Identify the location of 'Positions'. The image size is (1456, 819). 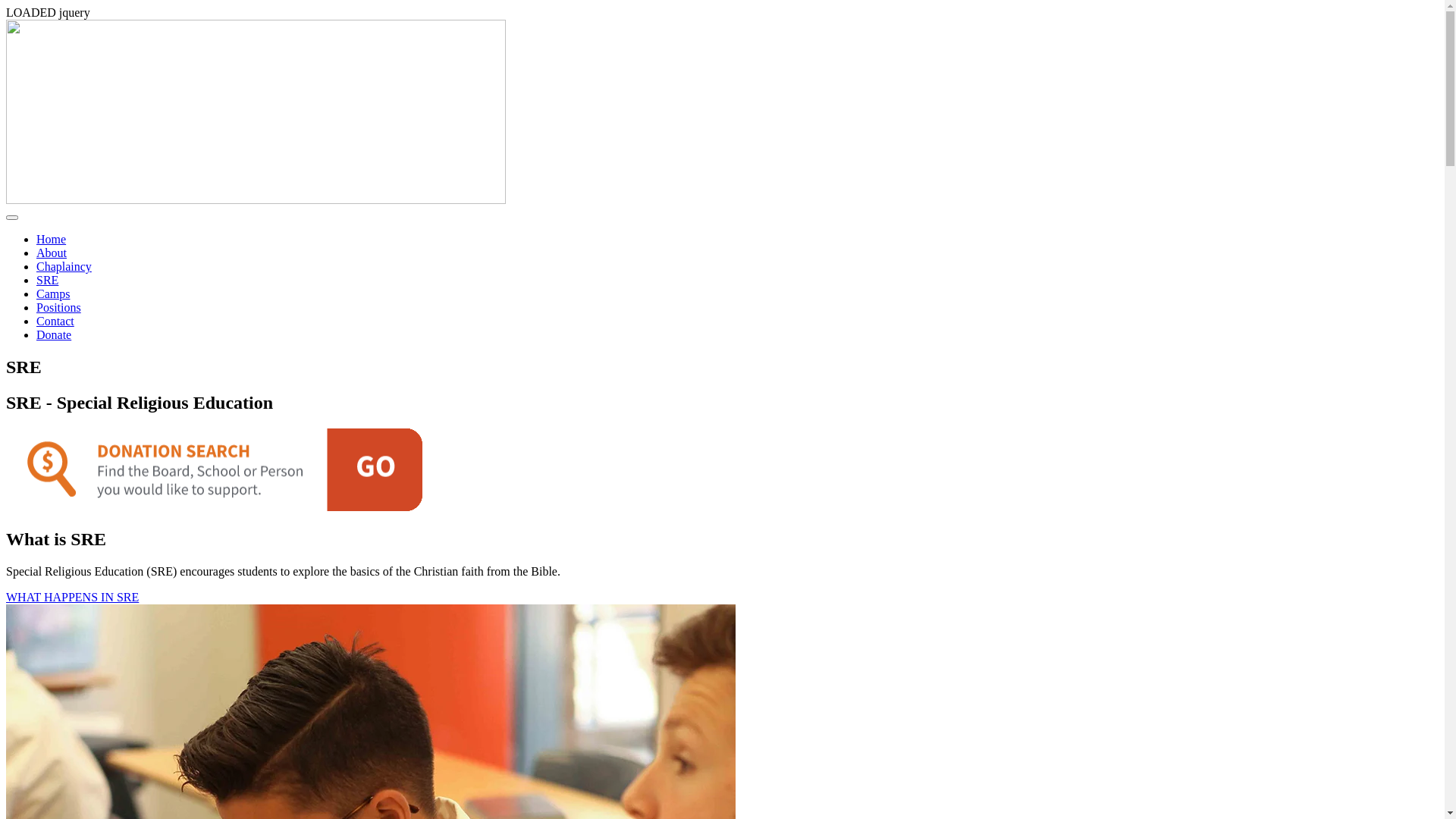
(58, 307).